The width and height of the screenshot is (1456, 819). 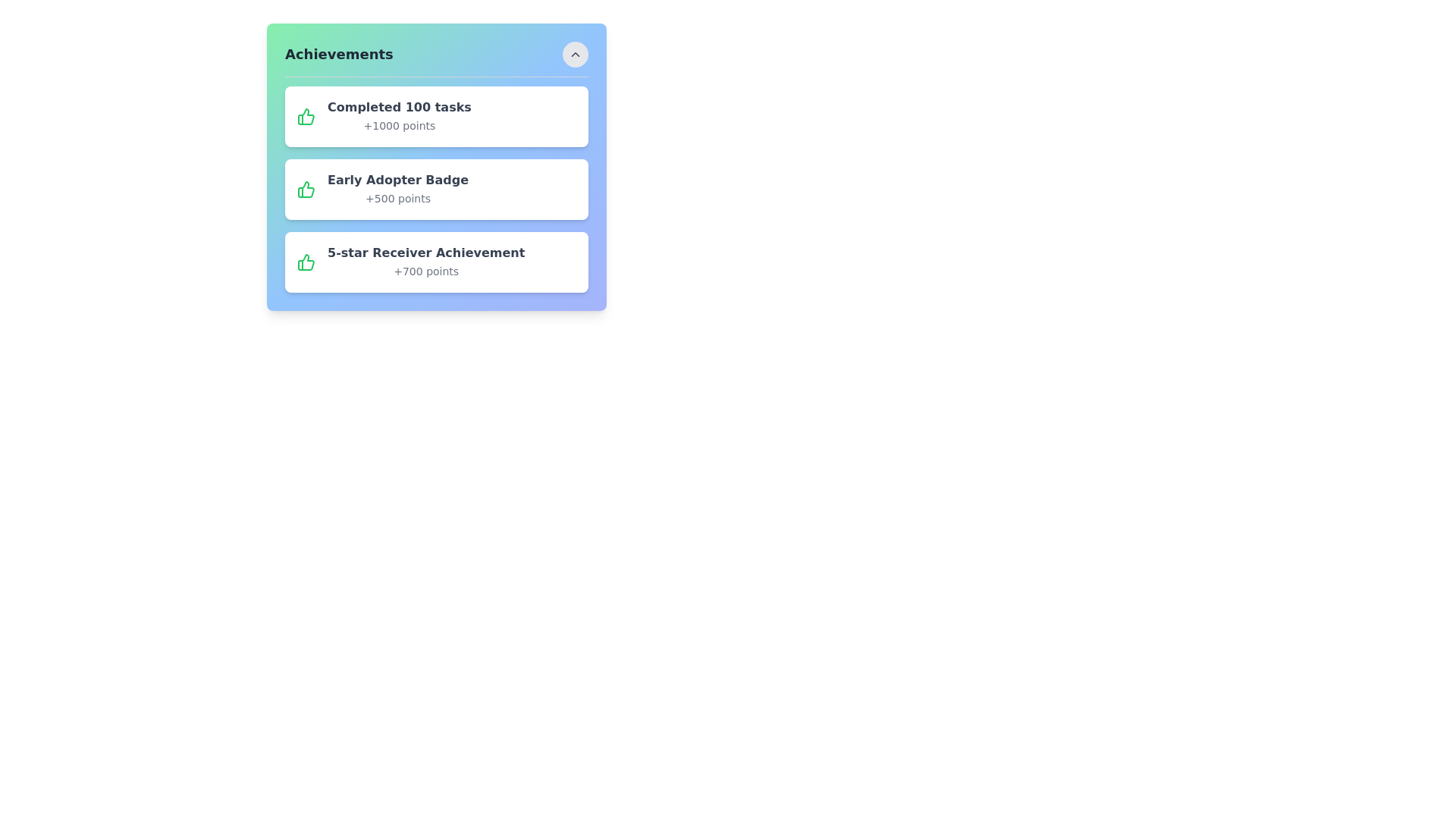 I want to click on the second thumbs-up icon located to the left of the 'Early Adopter Badge' block in the vertically stacked list, so click(x=305, y=189).